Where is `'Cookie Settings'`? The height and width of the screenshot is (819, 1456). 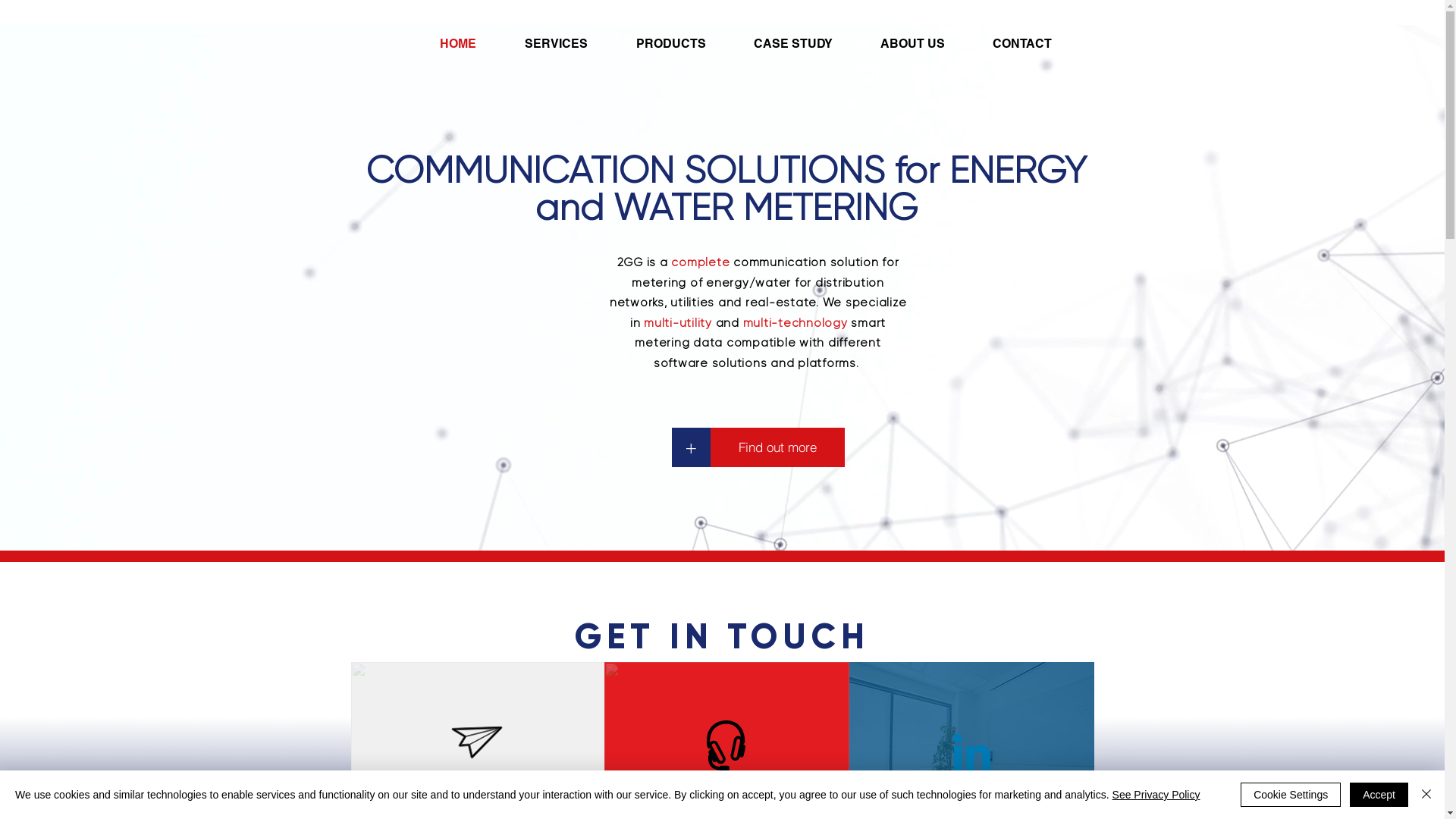
'Cookie Settings' is located at coordinates (1241, 794).